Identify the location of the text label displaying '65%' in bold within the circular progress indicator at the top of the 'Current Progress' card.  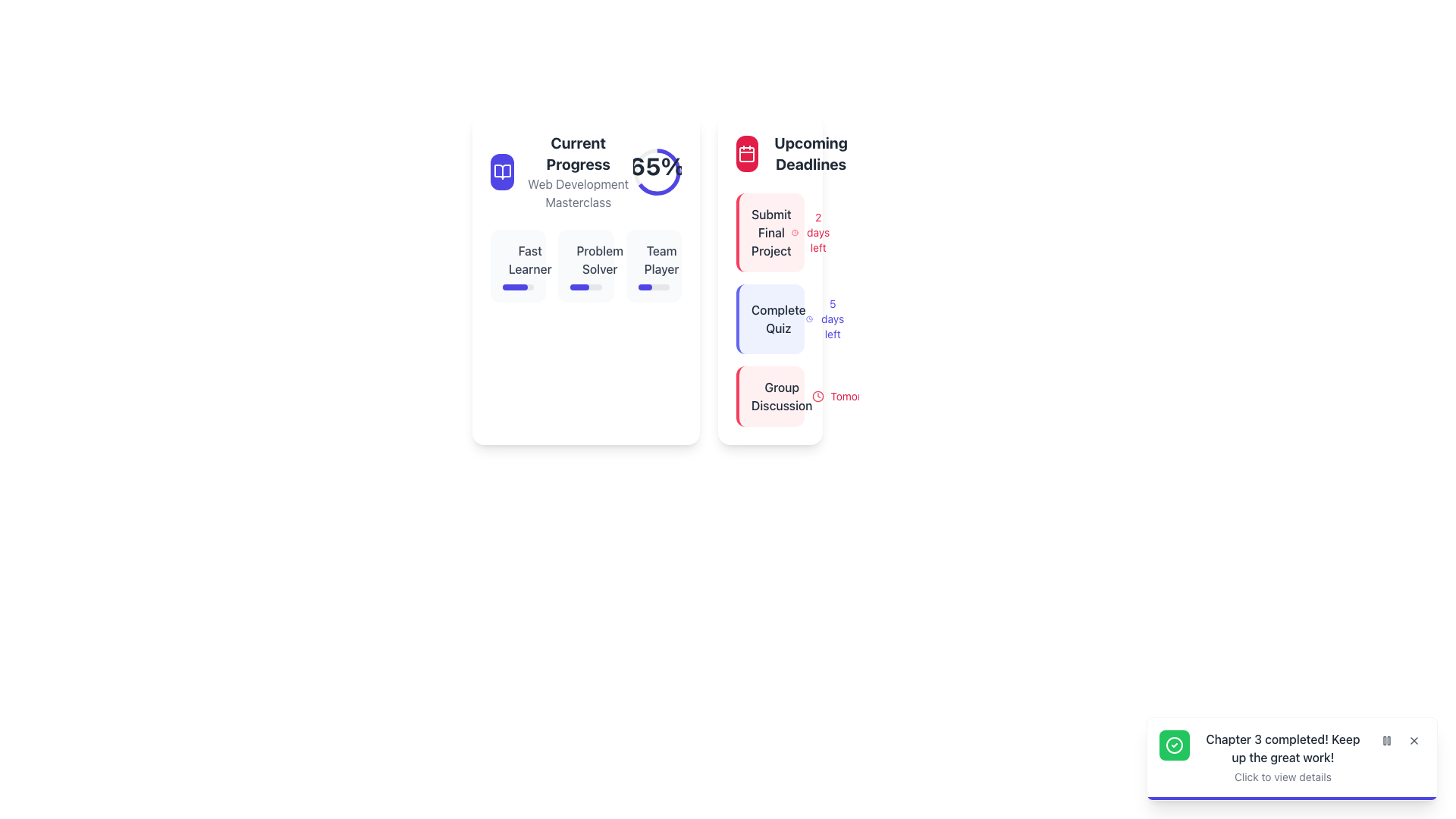
(657, 166).